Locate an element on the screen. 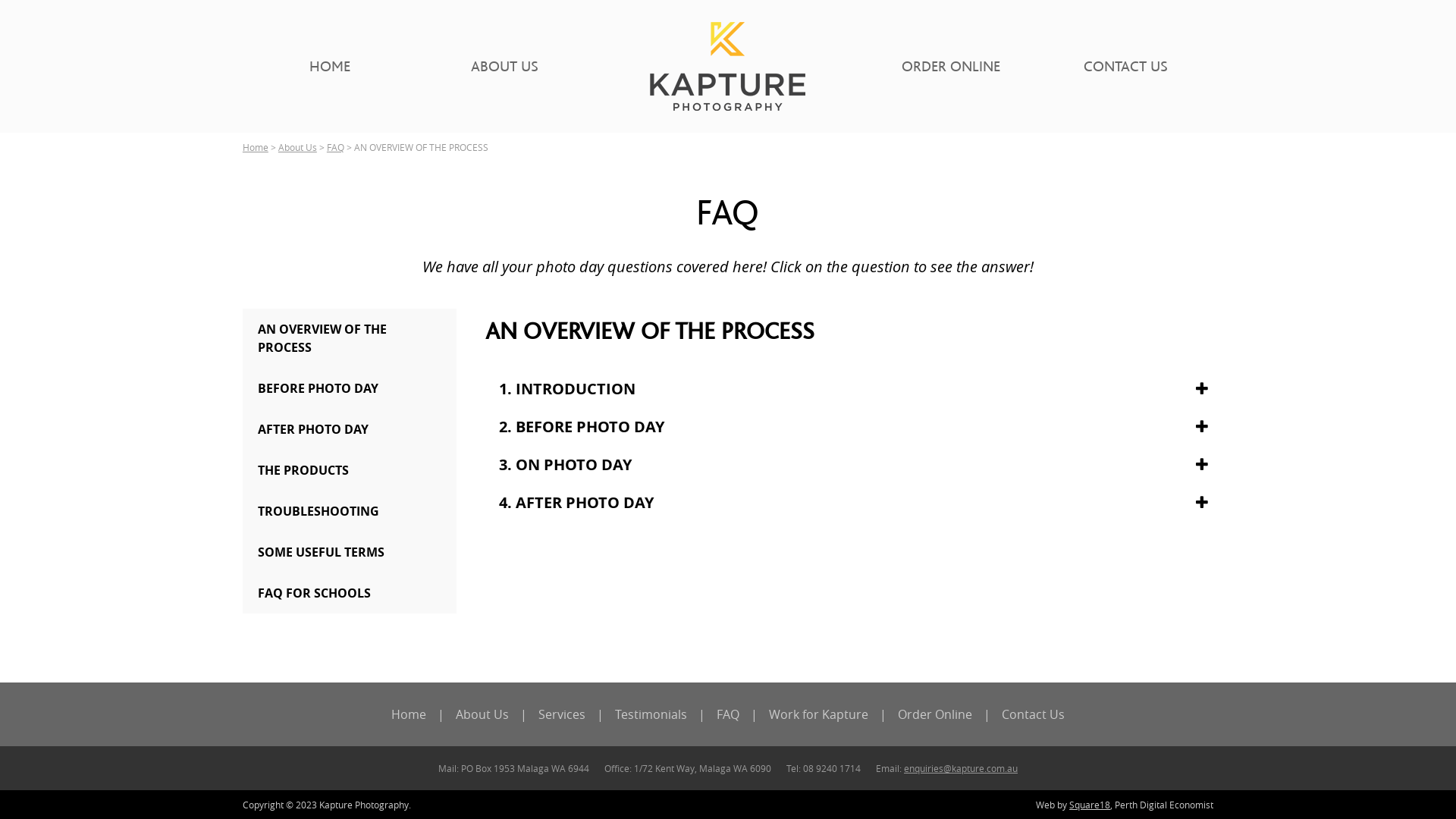 This screenshot has height=819, width=1456. 'enquiries@kapture.com.au' is located at coordinates (960, 768).